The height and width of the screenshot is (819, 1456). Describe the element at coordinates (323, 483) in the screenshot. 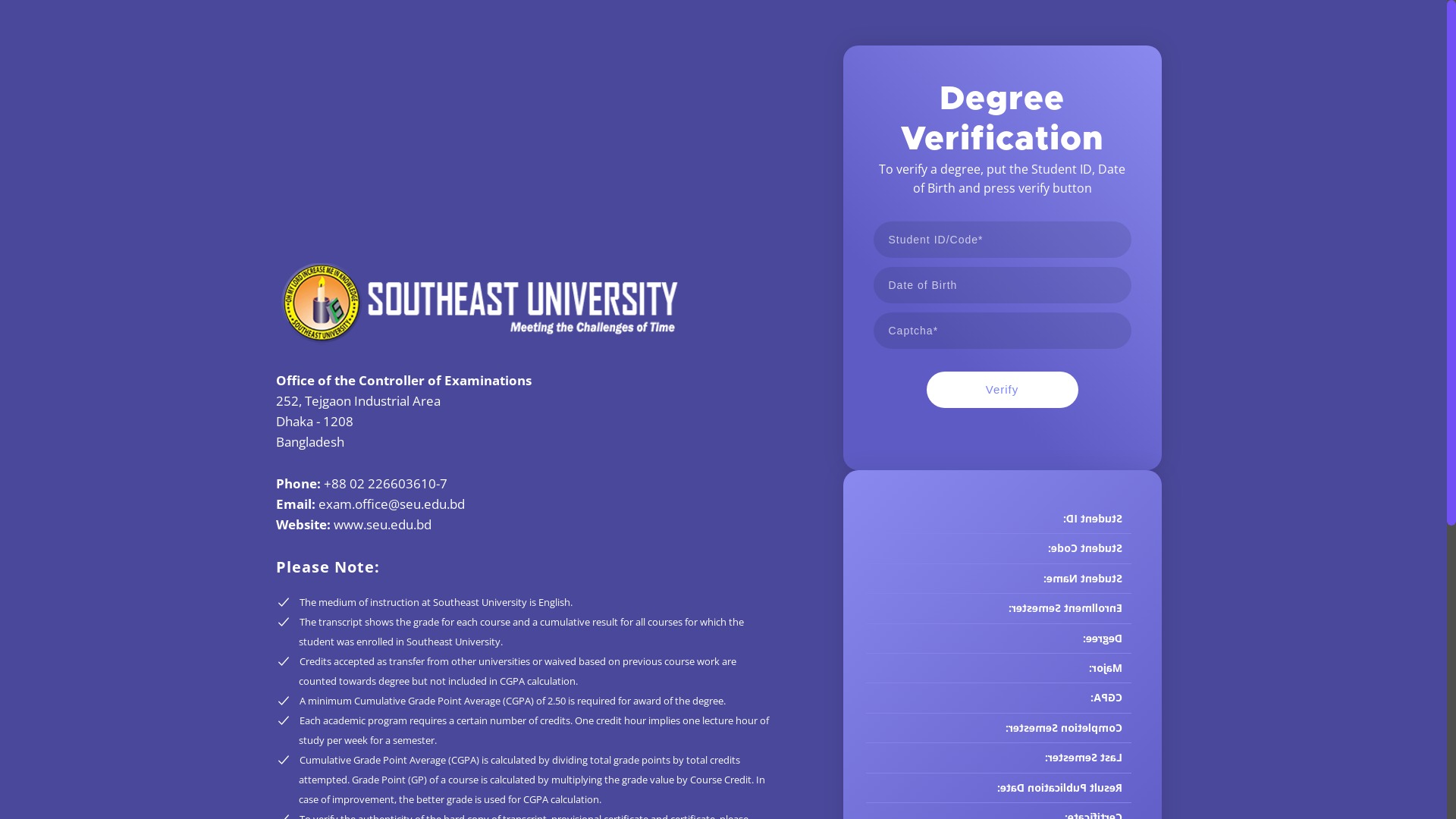

I see `'+88 02 226603610-7'` at that location.